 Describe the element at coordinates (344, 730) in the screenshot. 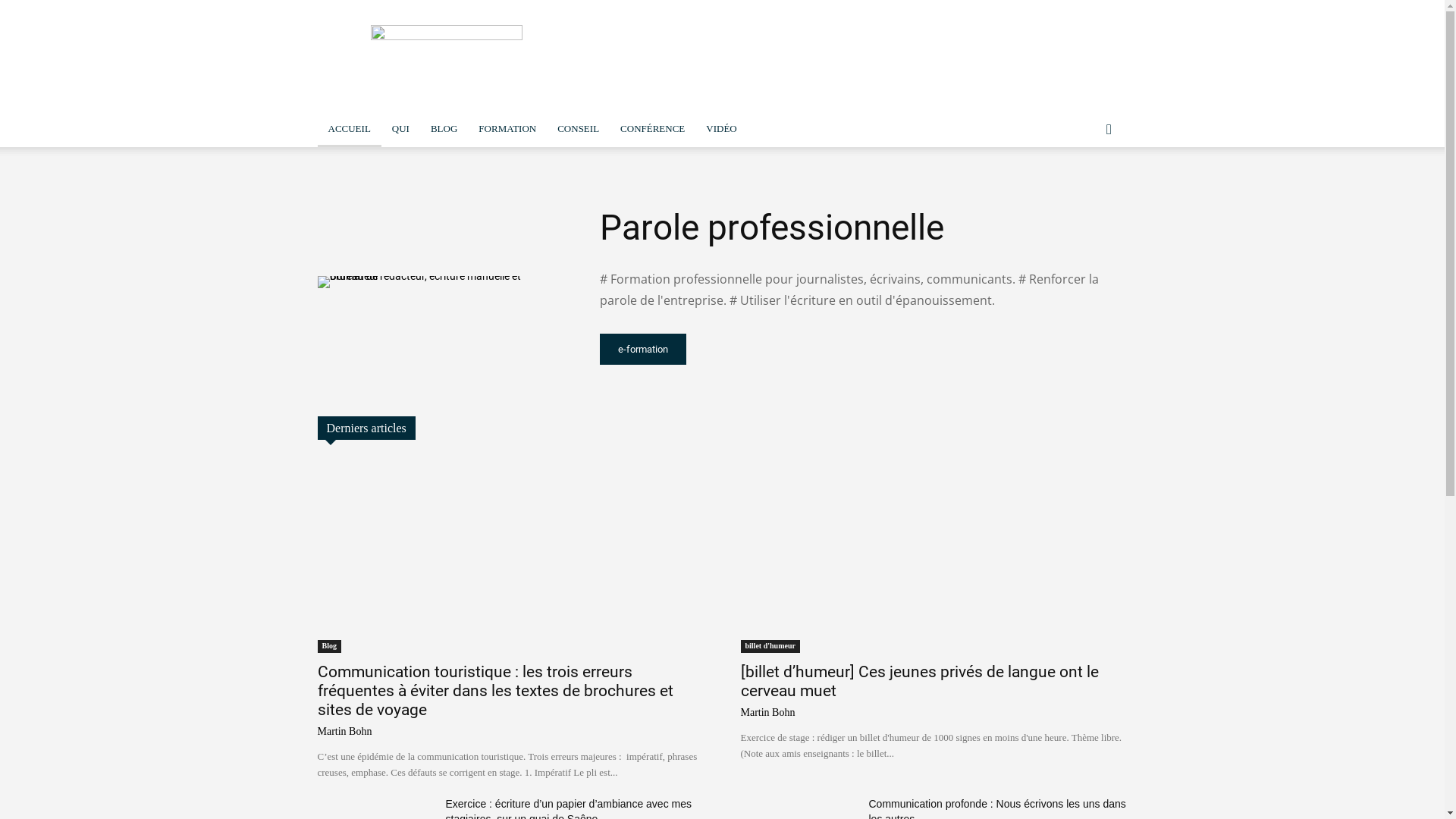

I see `'Martin Bohn'` at that location.